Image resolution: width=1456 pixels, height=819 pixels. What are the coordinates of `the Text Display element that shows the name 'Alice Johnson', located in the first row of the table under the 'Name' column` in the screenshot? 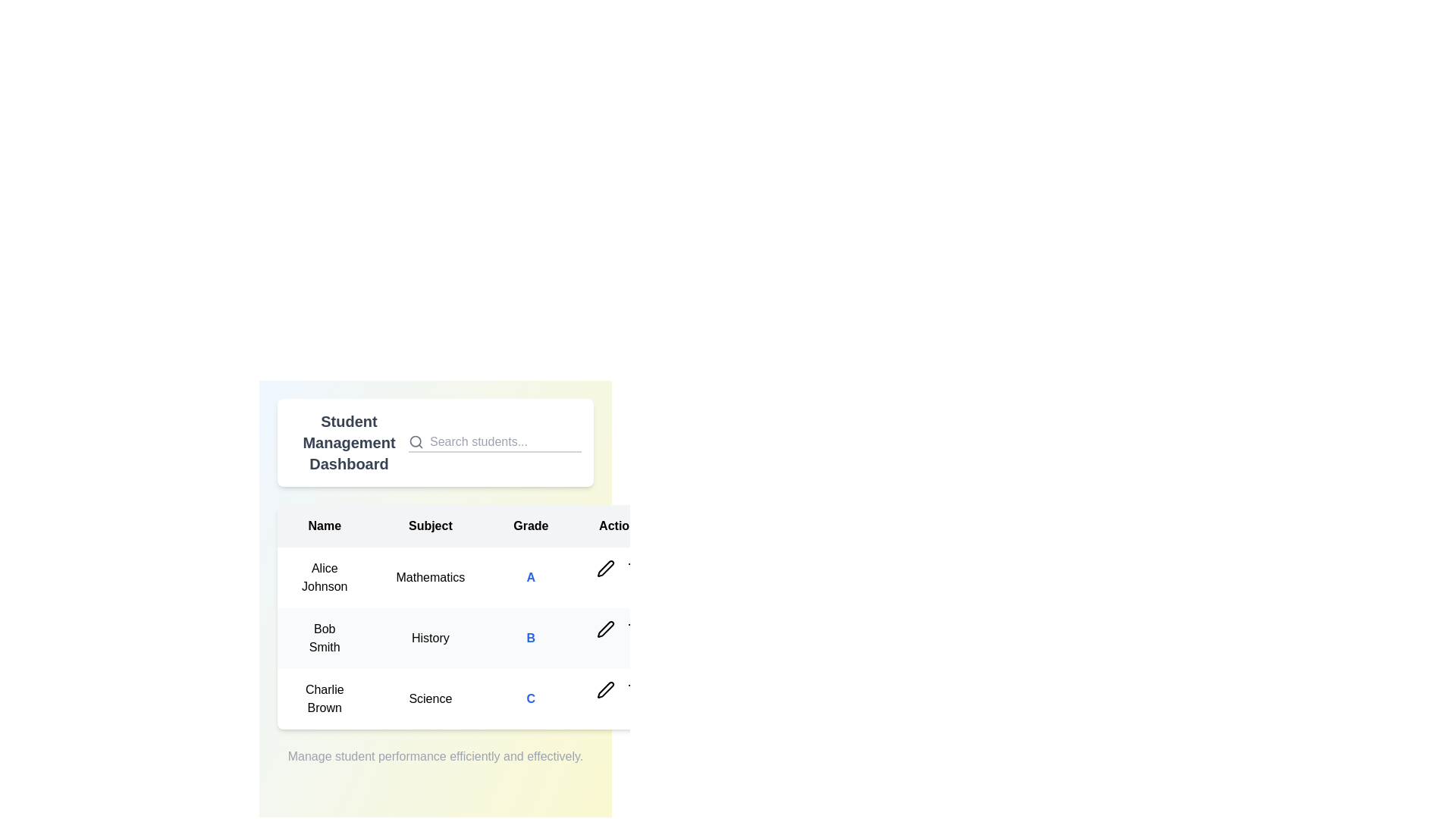 It's located at (324, 578).